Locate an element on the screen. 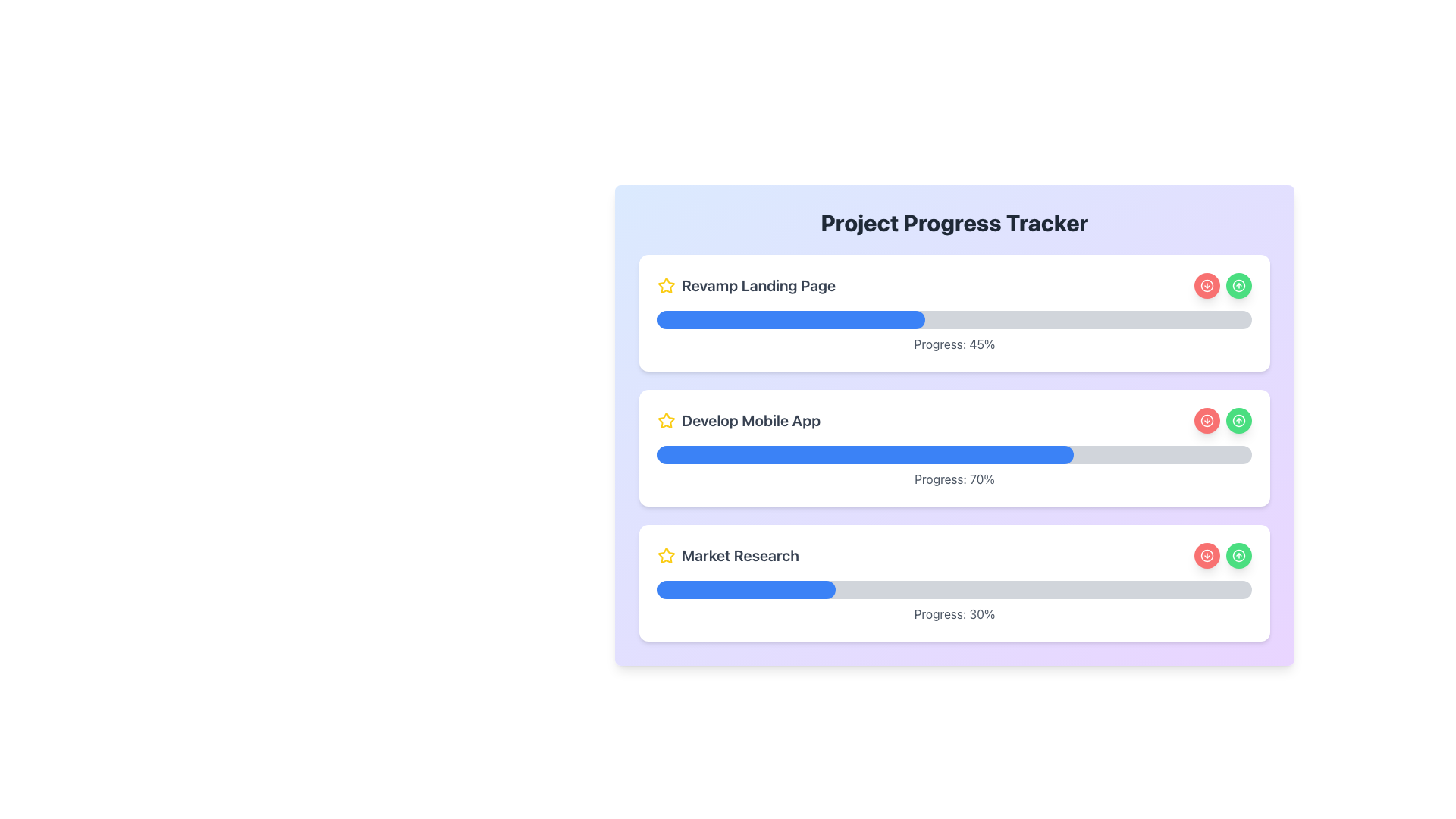 Image resolution: width=1456 pixels, height=819 pixels. the structured progress tracker interface that displays the completion status of tasks, which is the second among its sibling sections is located at coordinates (953, 447).